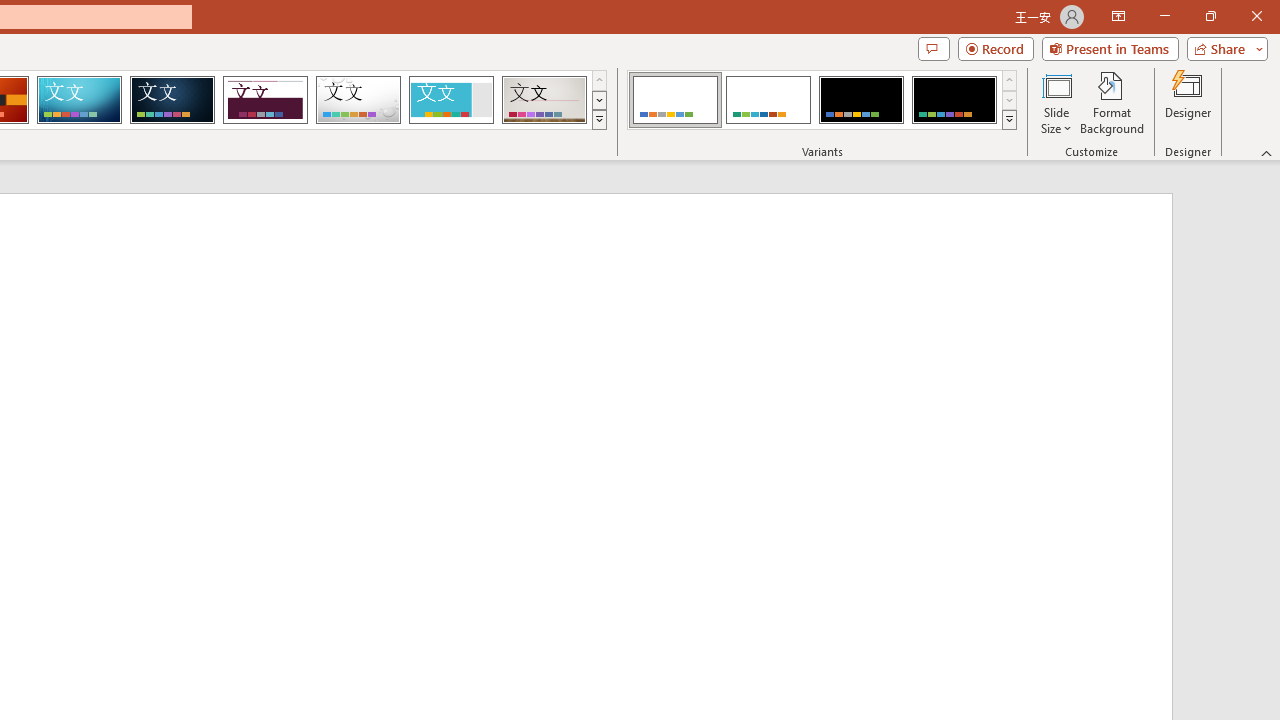  What do you see at coordinates (767, 100) in the screenshot?
I see `'Office Theme Variant 2'` at bounding box center [767, 100].